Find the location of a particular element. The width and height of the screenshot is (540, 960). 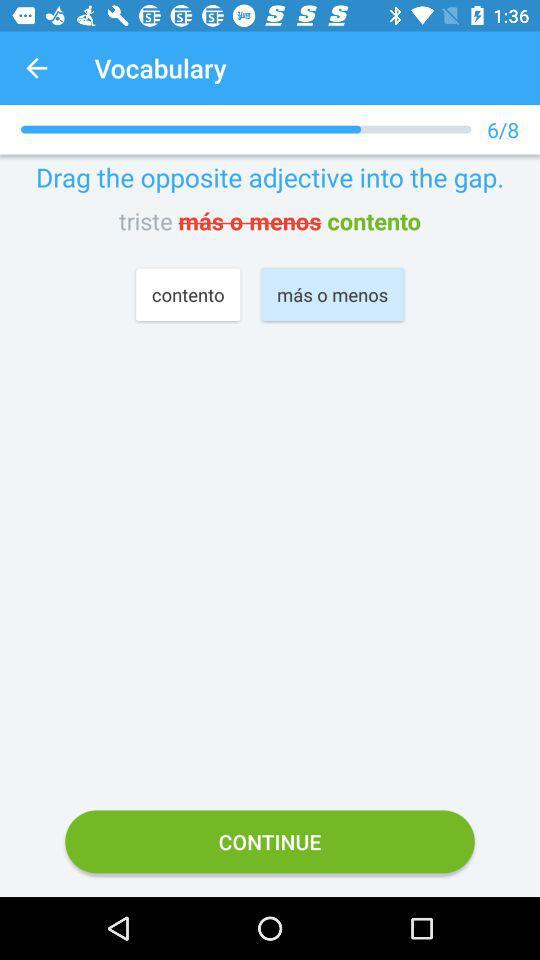

the icon to the left of vocabulary icon is located at coordinates (36, 68).